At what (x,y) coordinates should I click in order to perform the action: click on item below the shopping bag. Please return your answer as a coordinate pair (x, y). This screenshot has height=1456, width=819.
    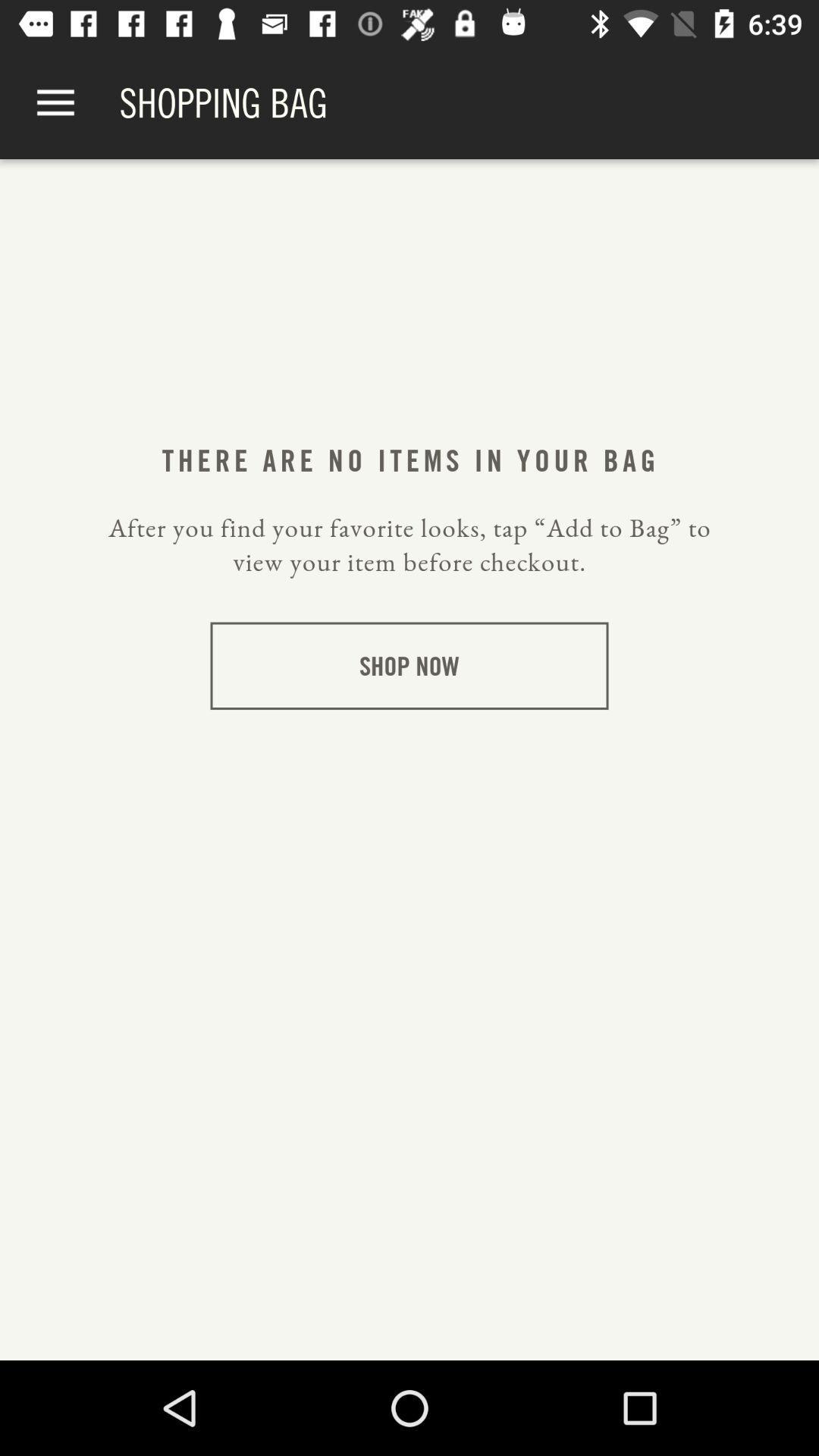
    Looking at the image, I should click on (408, 460).